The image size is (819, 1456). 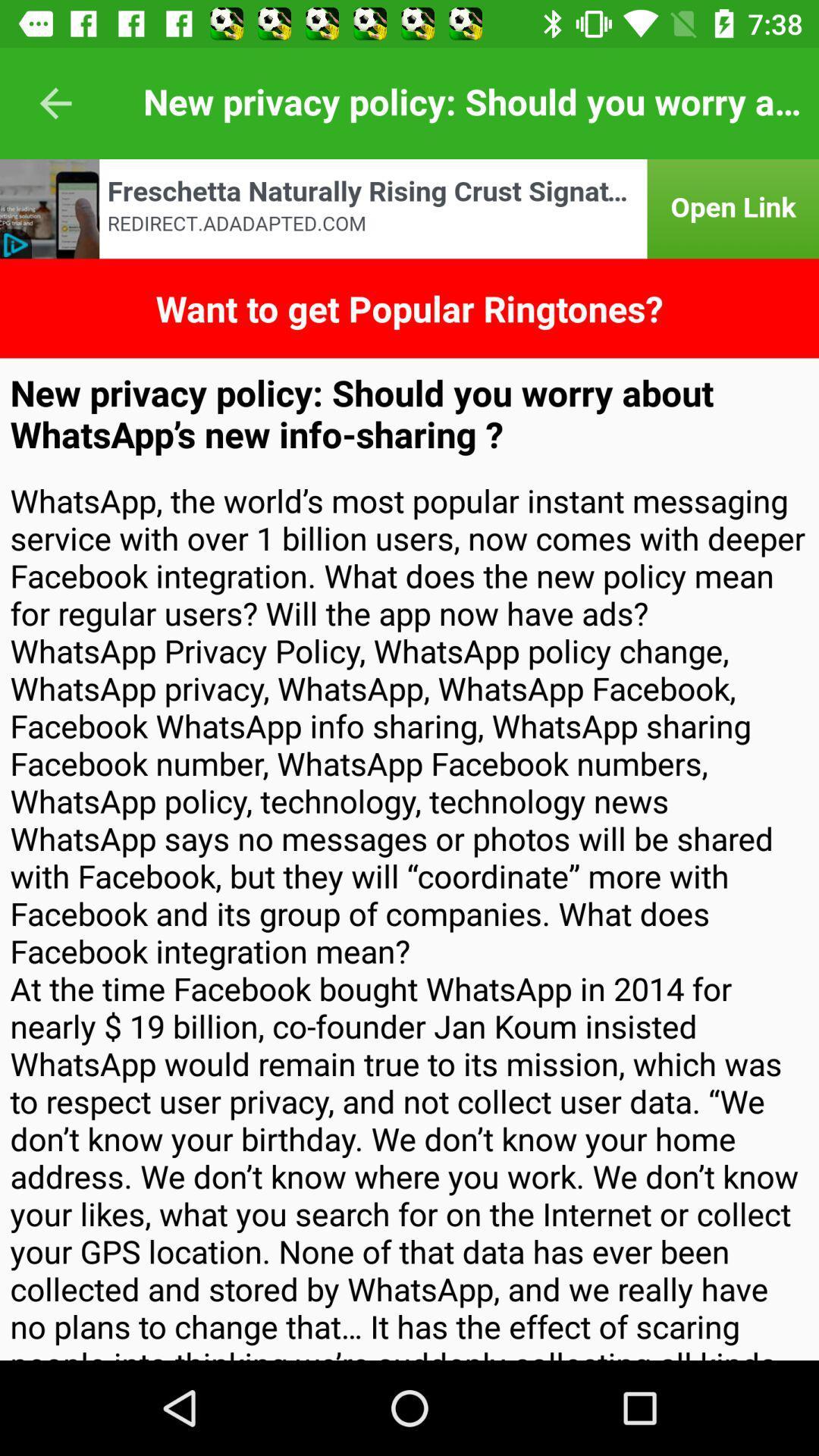 I want to click on want to get item, so click(x=409, y=307).